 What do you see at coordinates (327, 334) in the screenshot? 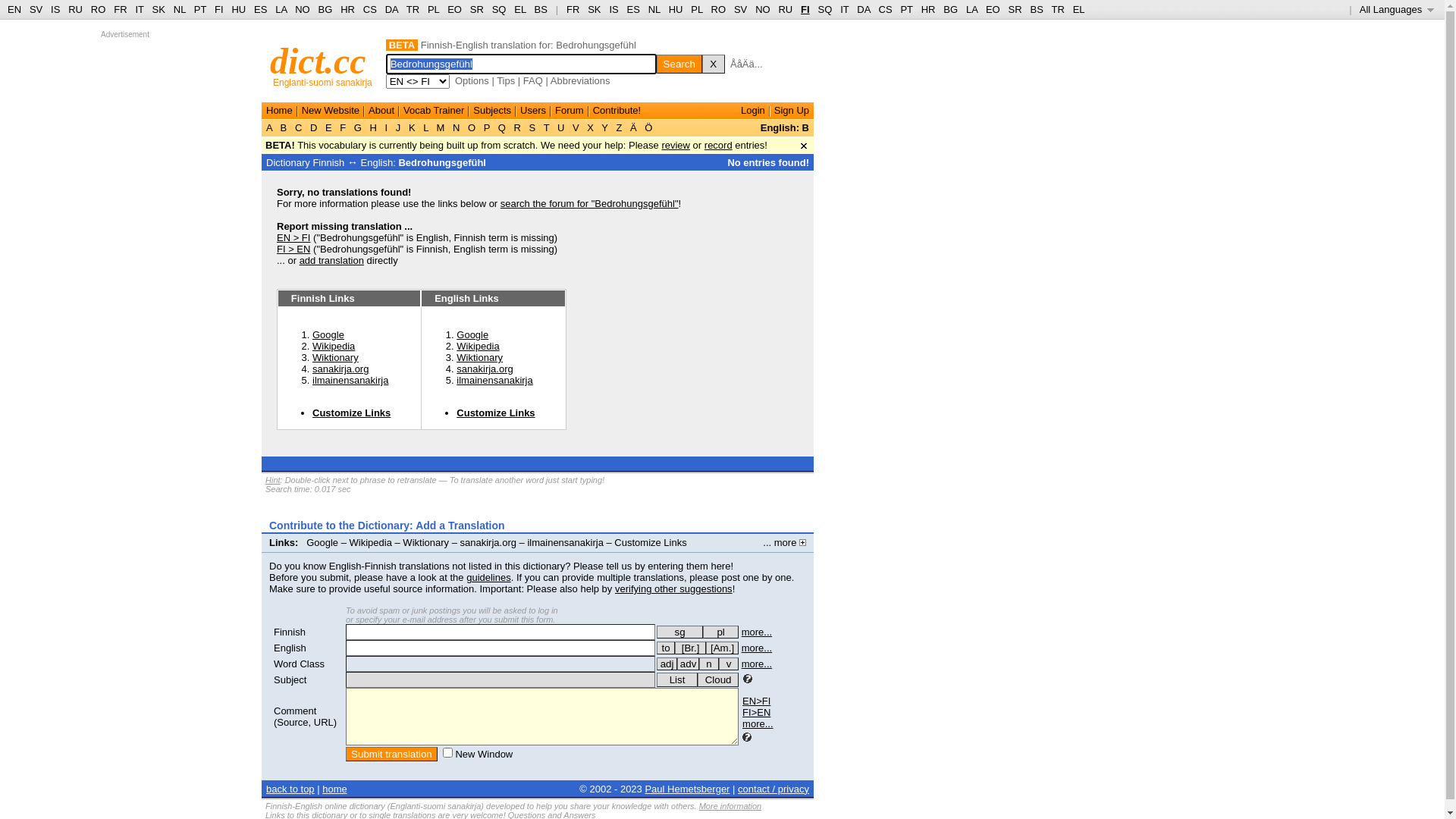
I see `'Google'` at bounding box center [327, 334].